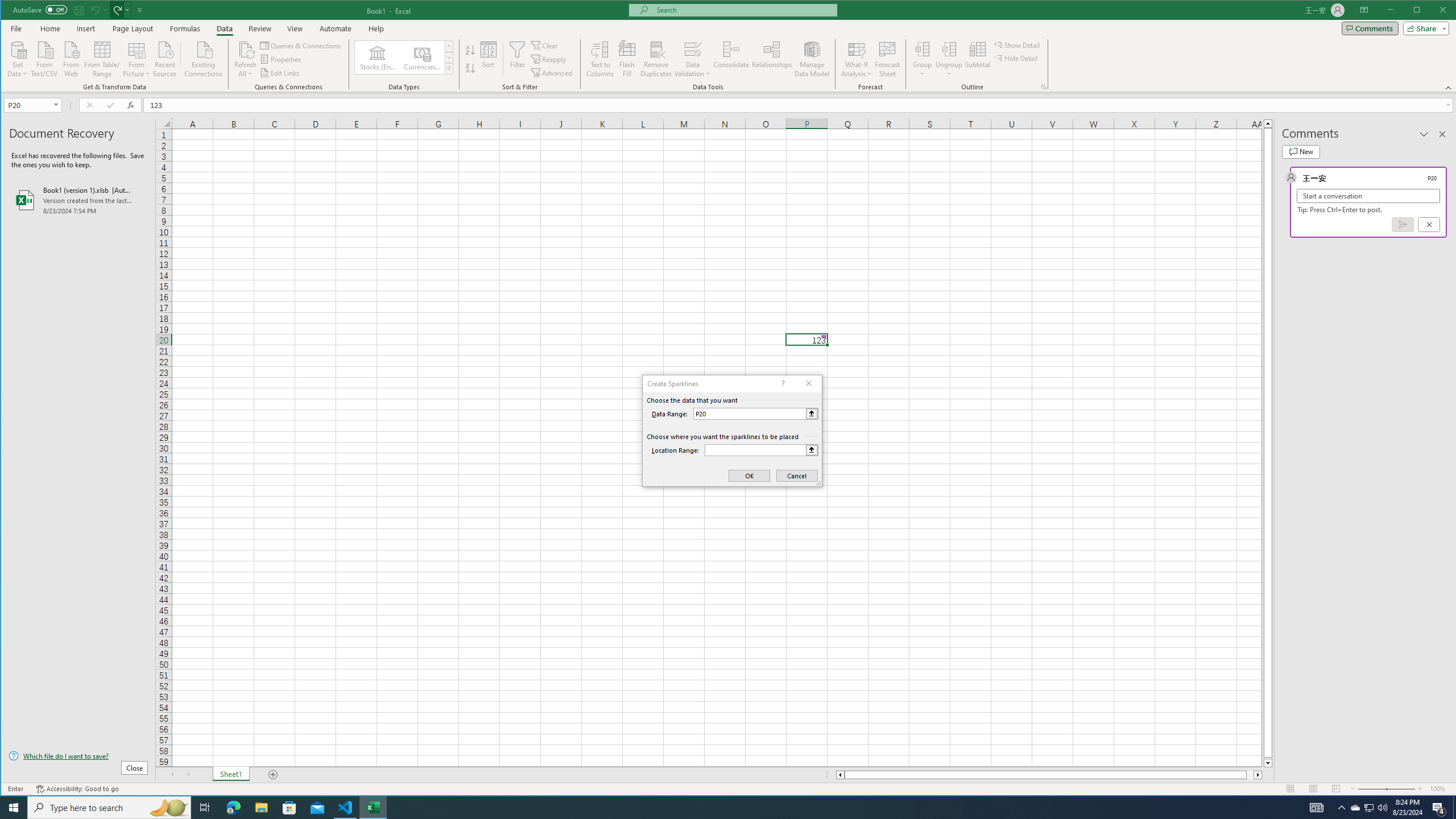  Describe the element at coordinates (1368, 196) in the screenshot. I see `'Start a conversation'` at that location.